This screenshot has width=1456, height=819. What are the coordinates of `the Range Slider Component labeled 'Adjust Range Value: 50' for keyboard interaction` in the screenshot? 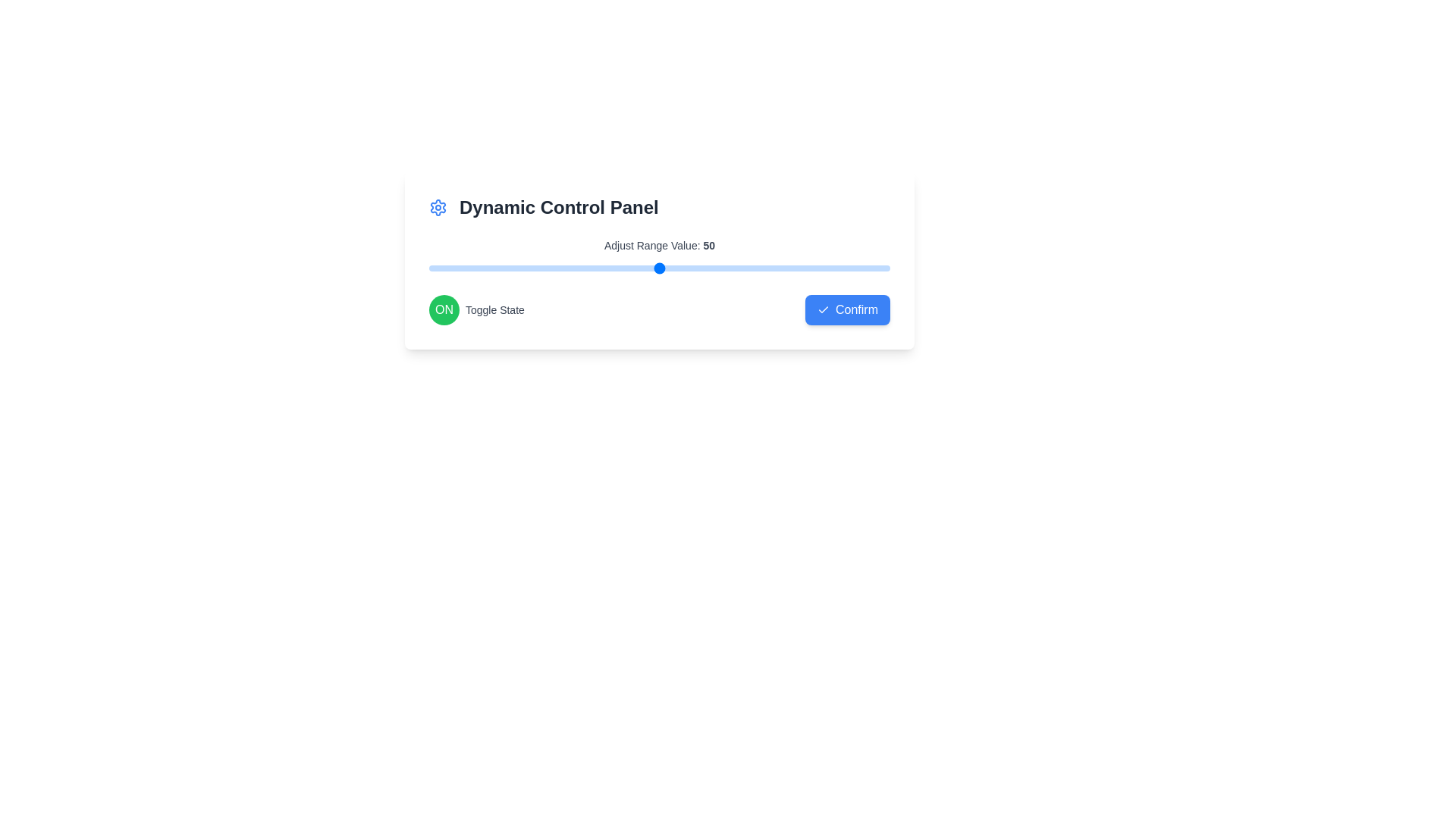 It's located at (659, 256).